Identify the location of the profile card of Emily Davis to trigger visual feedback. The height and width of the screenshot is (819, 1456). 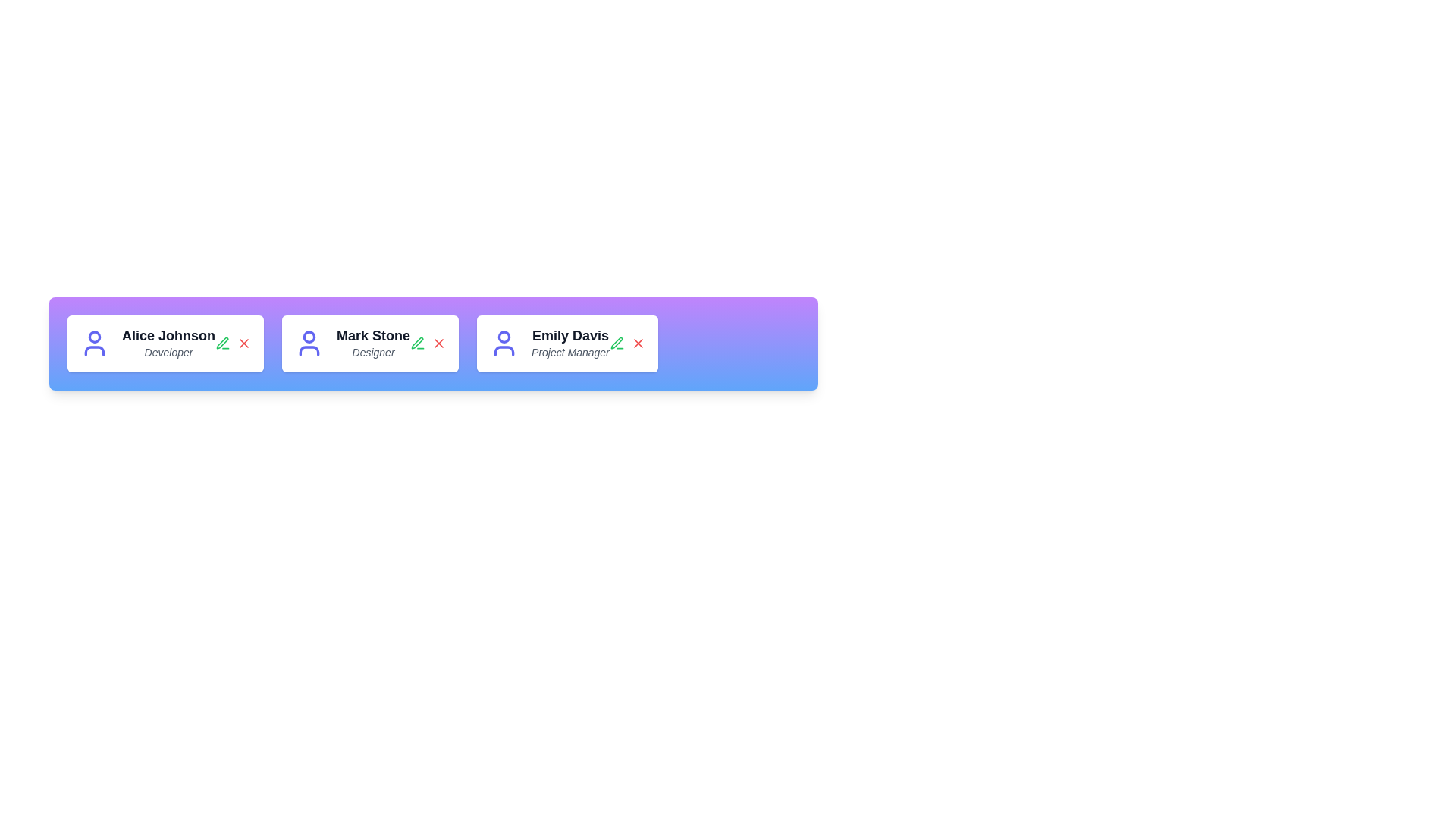
(566, 343).